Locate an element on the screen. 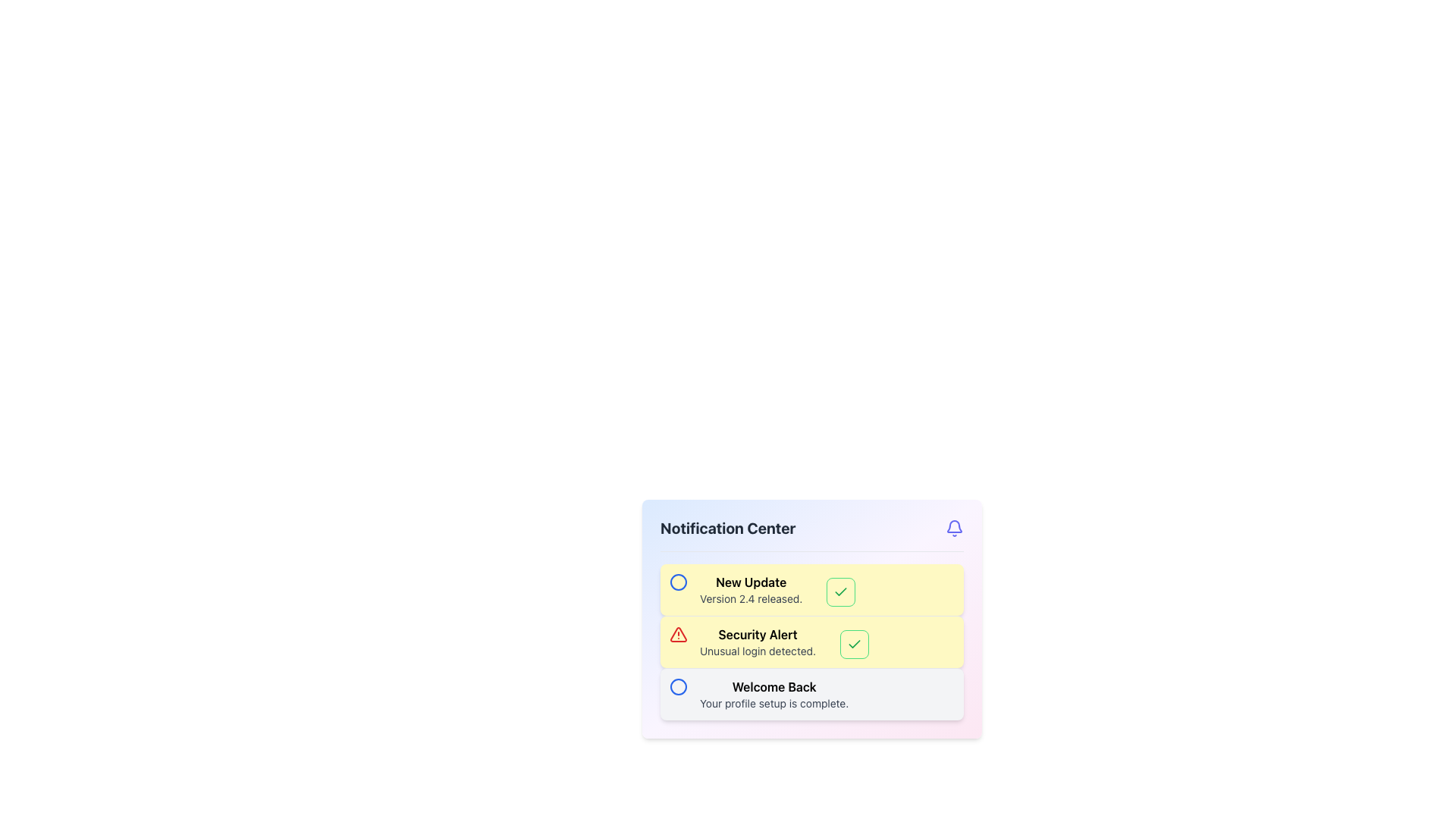 This screenshot has width=1456, height=819. the green check mark icon located in the Notification Center is located at coordinates (855, 644).